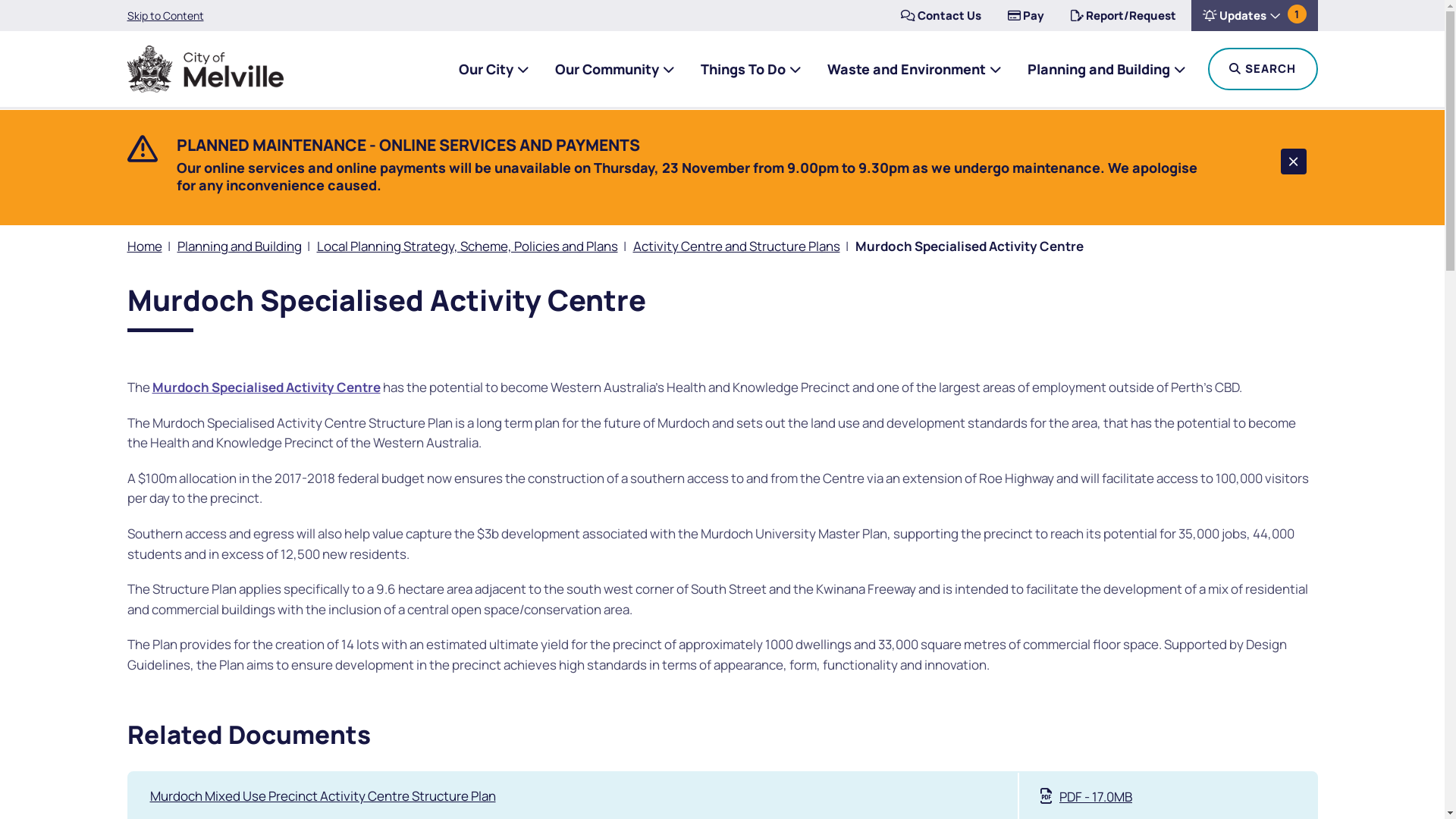 This screenshot has width=1456, height=819. Describe the element at coordinates (750, 69) in the screenshot. I see `'Things To Do'` at that location.